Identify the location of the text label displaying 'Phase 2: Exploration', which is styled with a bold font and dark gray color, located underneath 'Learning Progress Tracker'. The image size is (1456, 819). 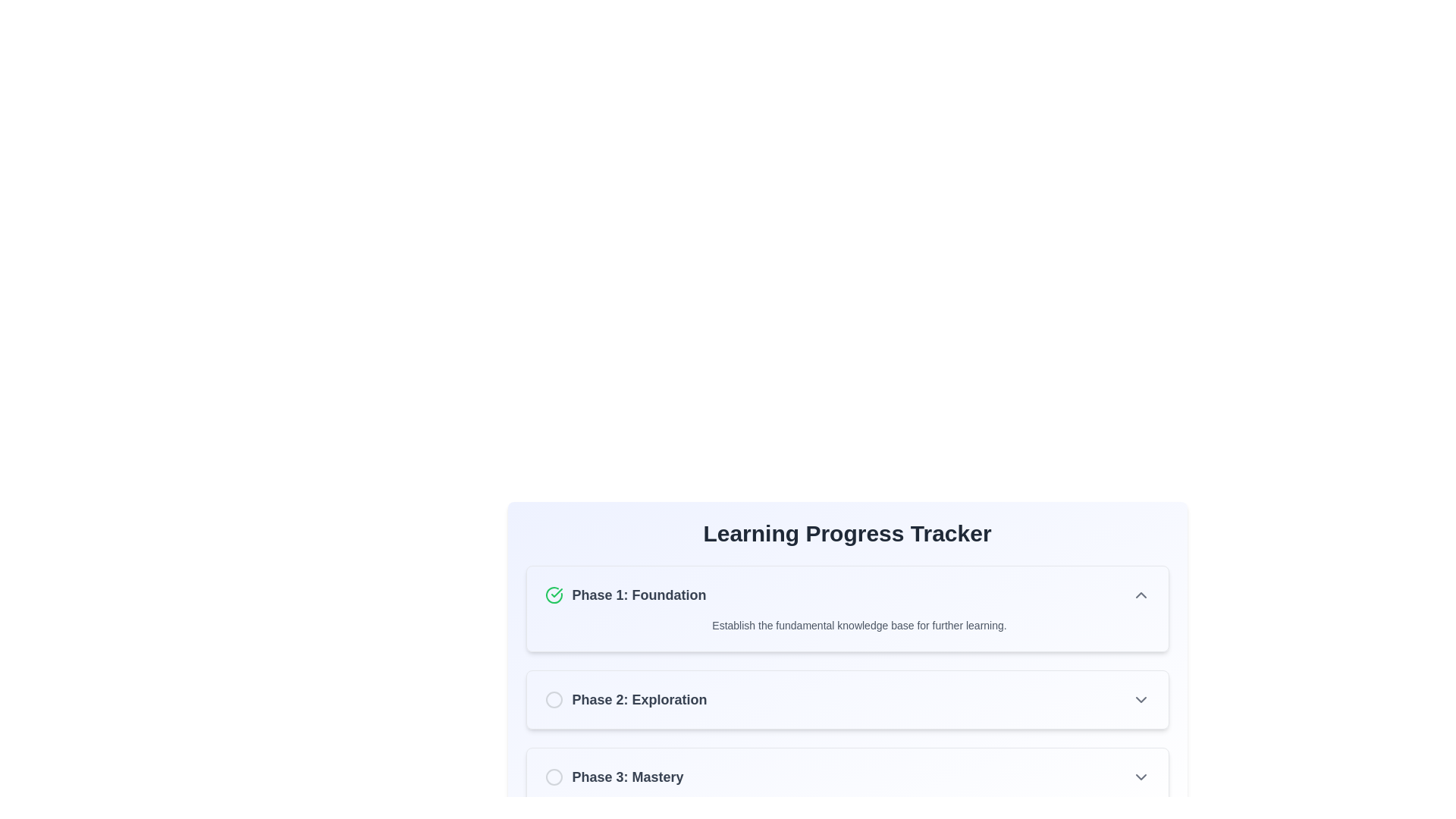
(639, 699).